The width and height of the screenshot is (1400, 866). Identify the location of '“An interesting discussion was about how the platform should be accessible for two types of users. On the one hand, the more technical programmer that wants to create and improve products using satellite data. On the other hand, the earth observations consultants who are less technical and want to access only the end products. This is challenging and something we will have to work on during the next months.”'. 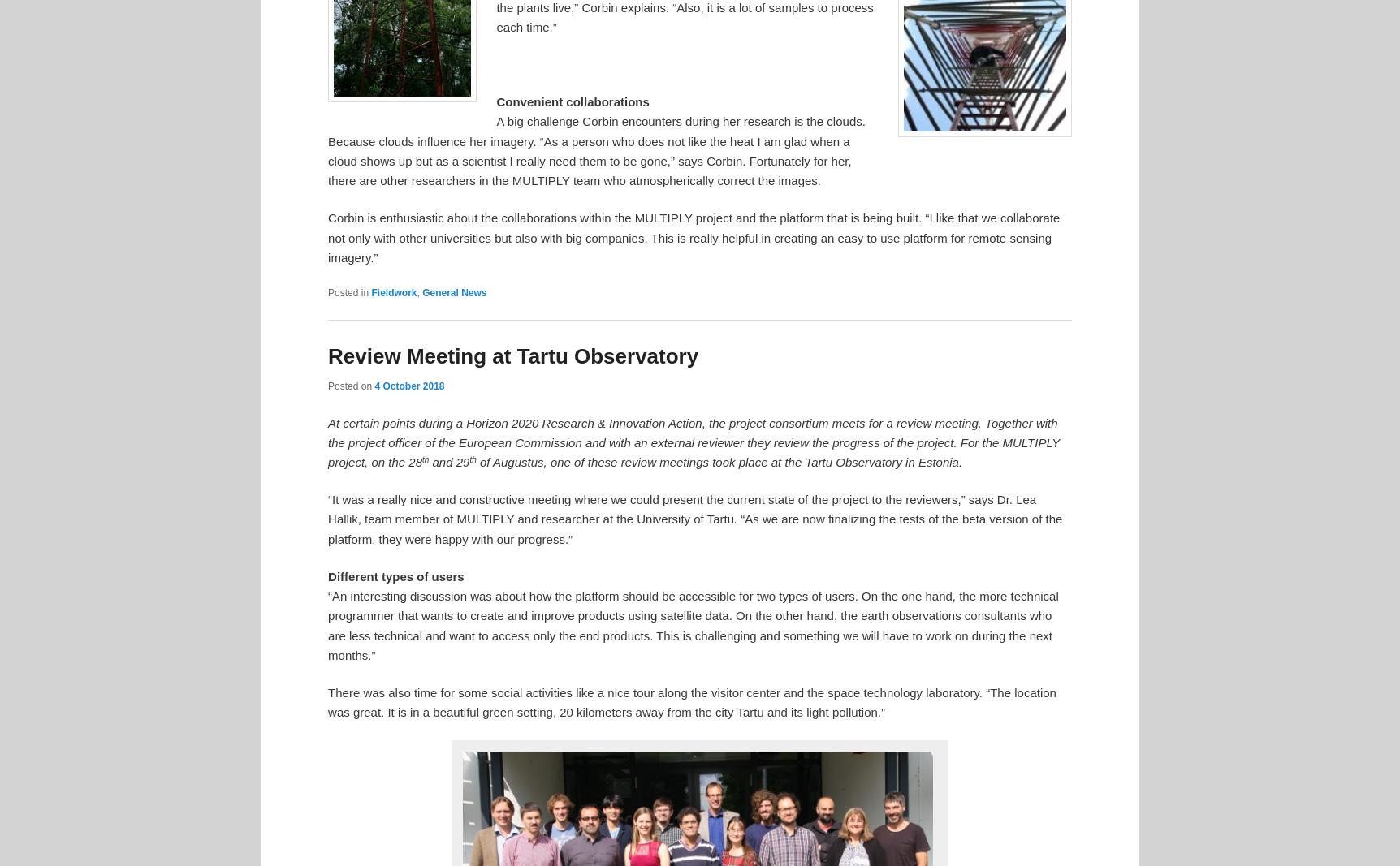
(692, 624).